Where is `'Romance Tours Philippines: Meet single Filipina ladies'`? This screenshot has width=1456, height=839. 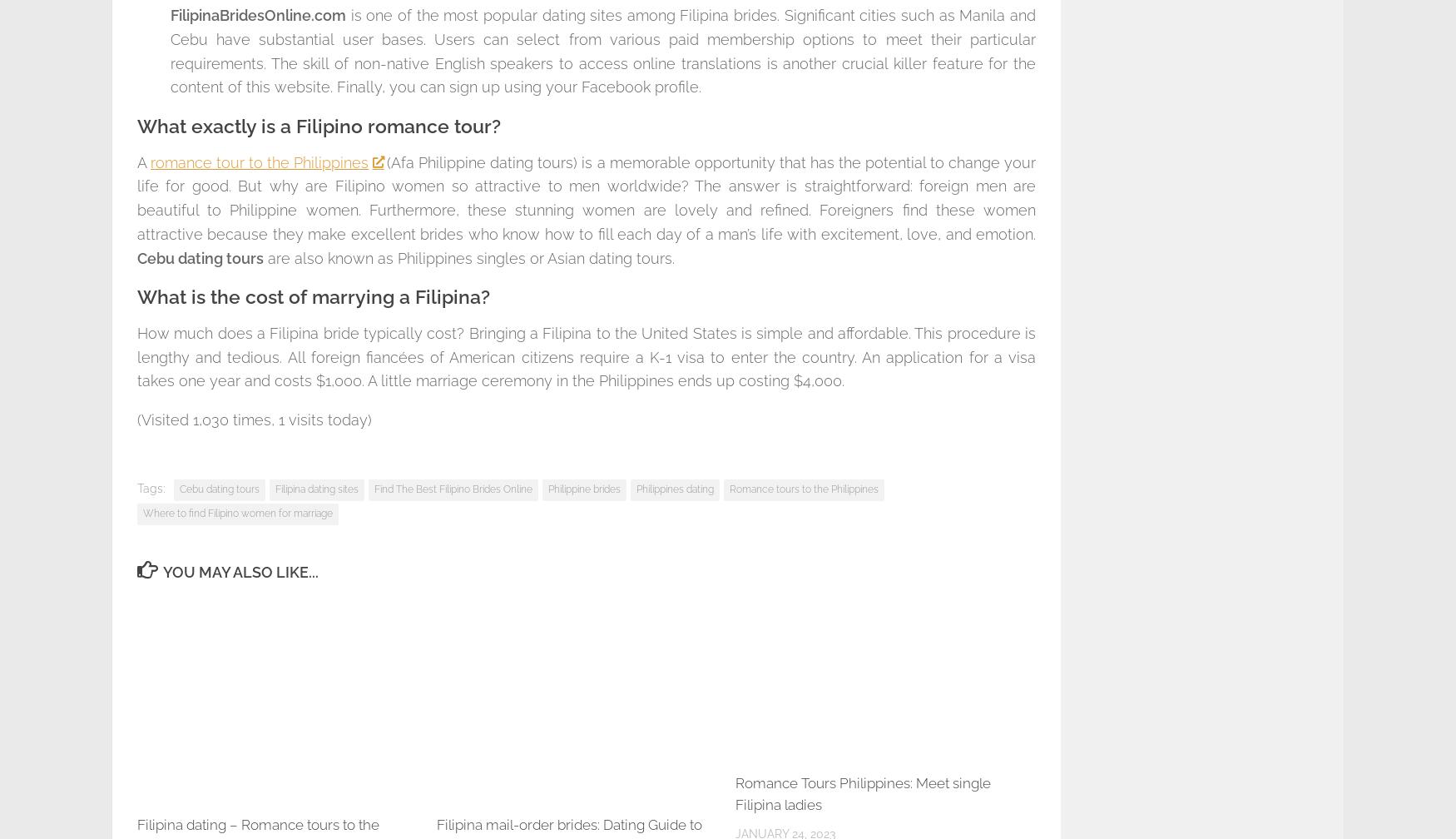 'Romance Tours Philippines: Meet single Filipina ladies' is located at coordinates (734, 793).